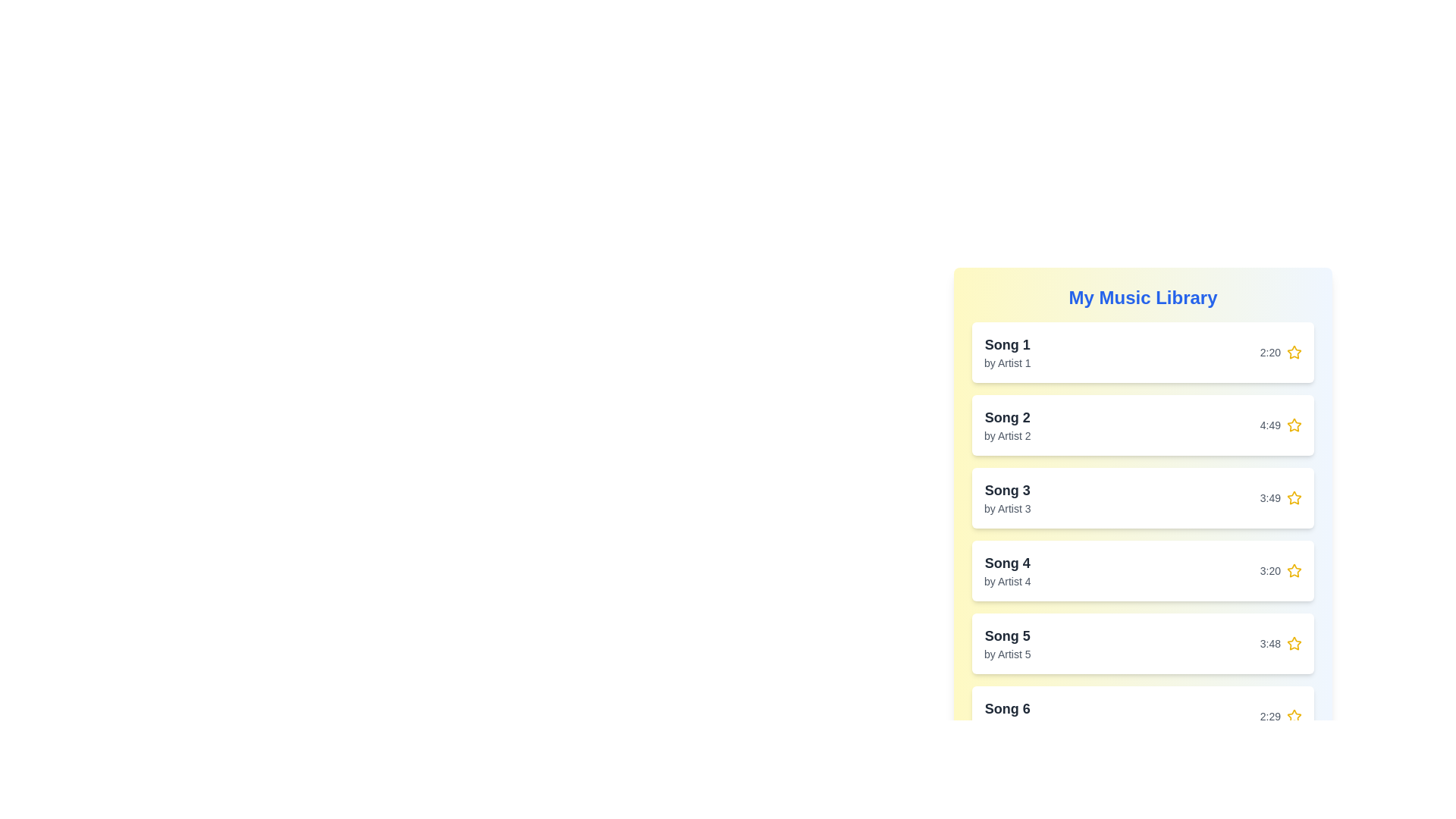 The width and height of the screenshot is (1456, 819). Describe the element at coordinates (1007, 643) in the screenshot. I see `the text block representing 'Song 5' by 'Artist 5' in the fifth position of the song list` at that location.